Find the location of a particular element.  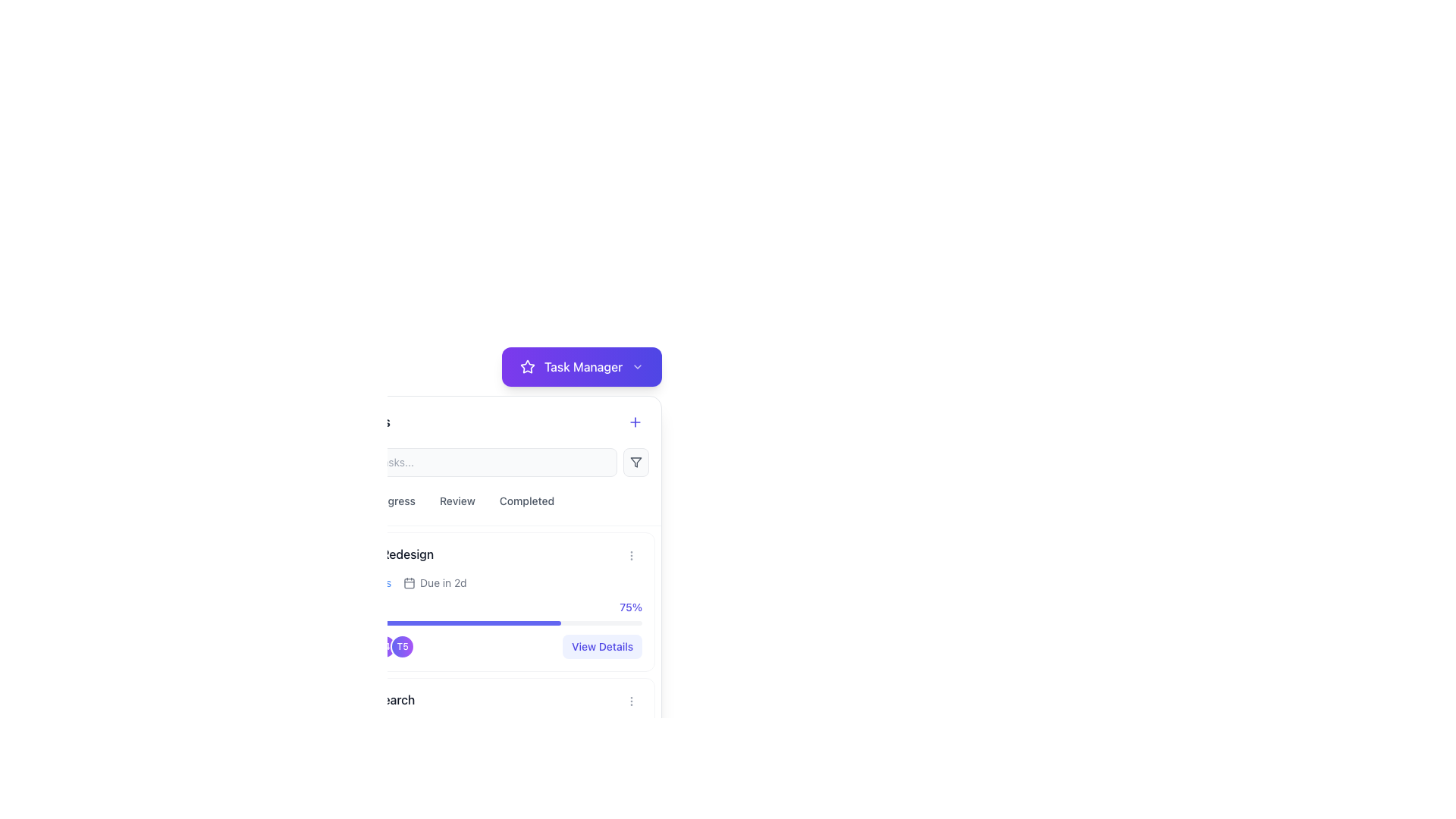

the filter icon button, which is an SVG representation of a funnel, located in the upper-middle section of the interface is located at coordinates (636, 461).